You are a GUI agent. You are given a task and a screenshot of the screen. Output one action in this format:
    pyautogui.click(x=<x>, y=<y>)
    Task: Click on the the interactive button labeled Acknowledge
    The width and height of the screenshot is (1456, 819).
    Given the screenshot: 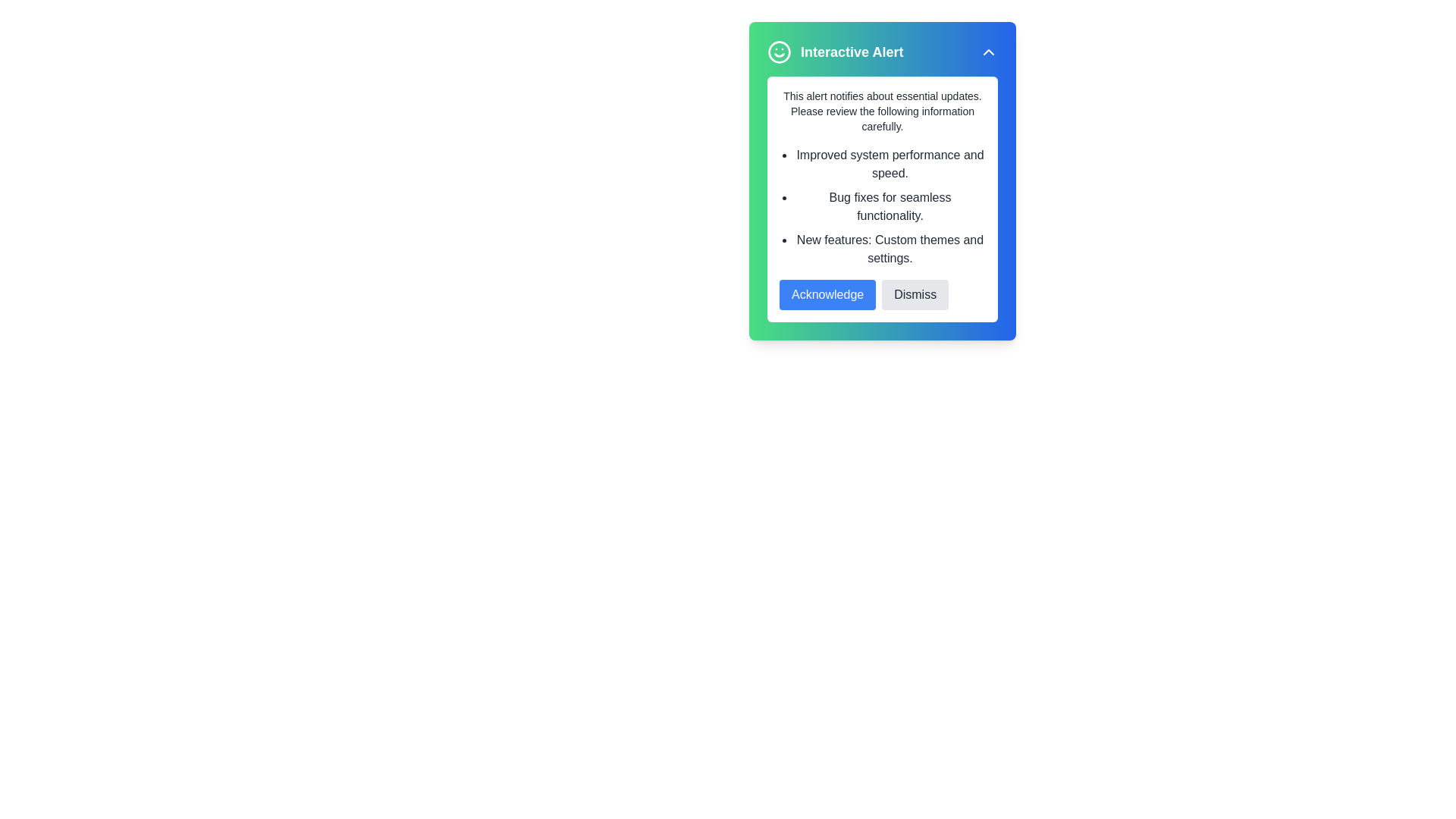 What is the action you would take?
    pyautogui.click(x=827, y=295)
    